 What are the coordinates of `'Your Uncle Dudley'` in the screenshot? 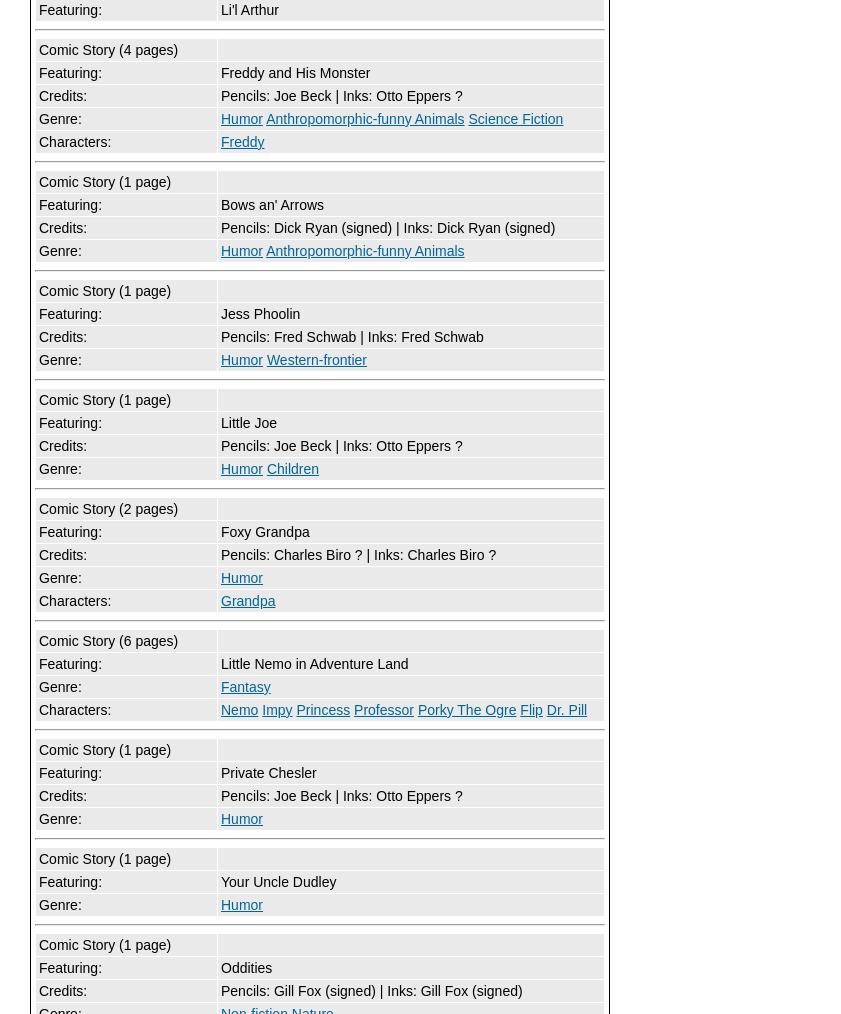 It's located at (277, 880).